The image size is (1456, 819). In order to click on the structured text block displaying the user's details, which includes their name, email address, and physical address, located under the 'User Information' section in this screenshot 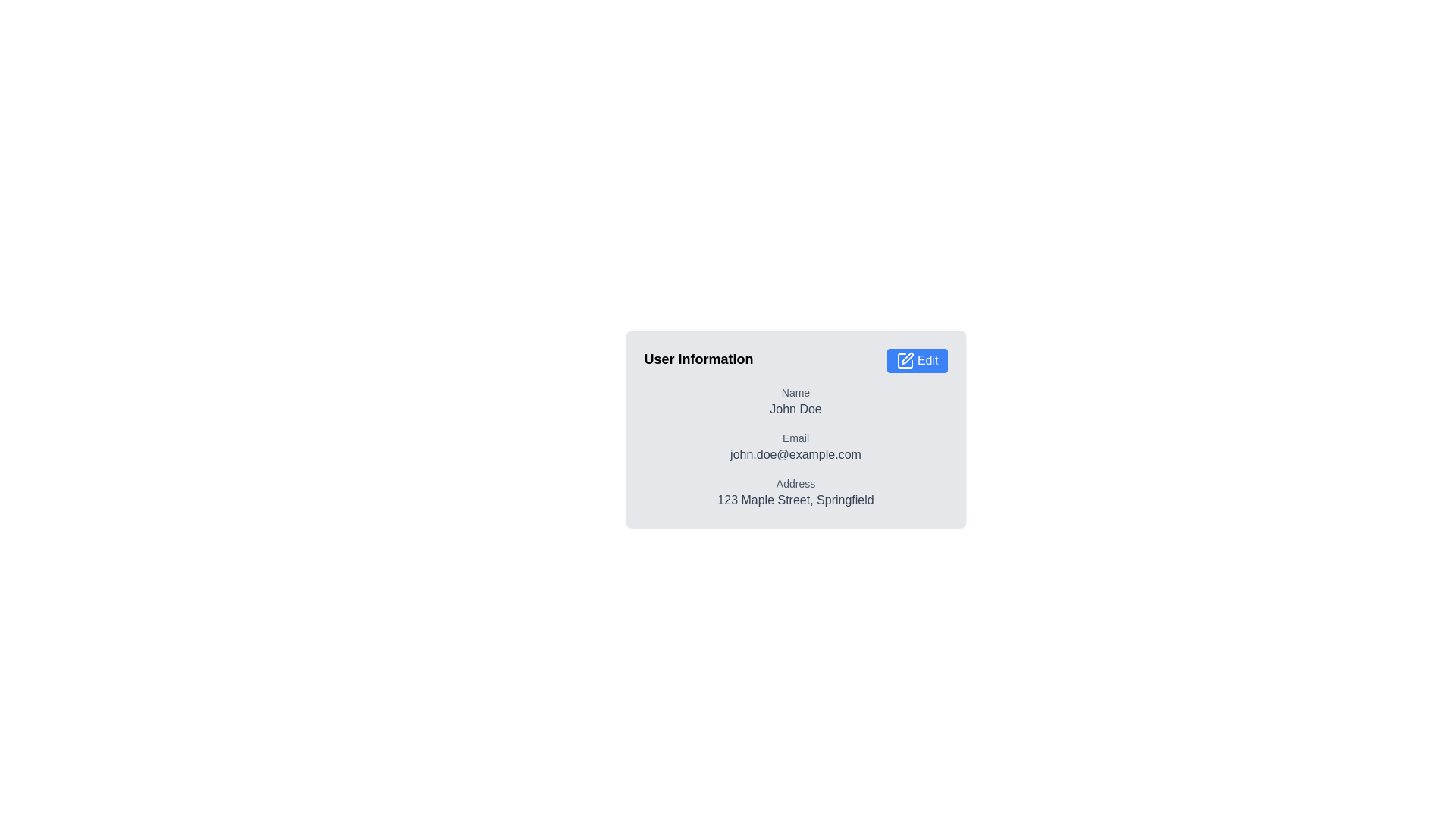, I will do `click(795, 447)`.